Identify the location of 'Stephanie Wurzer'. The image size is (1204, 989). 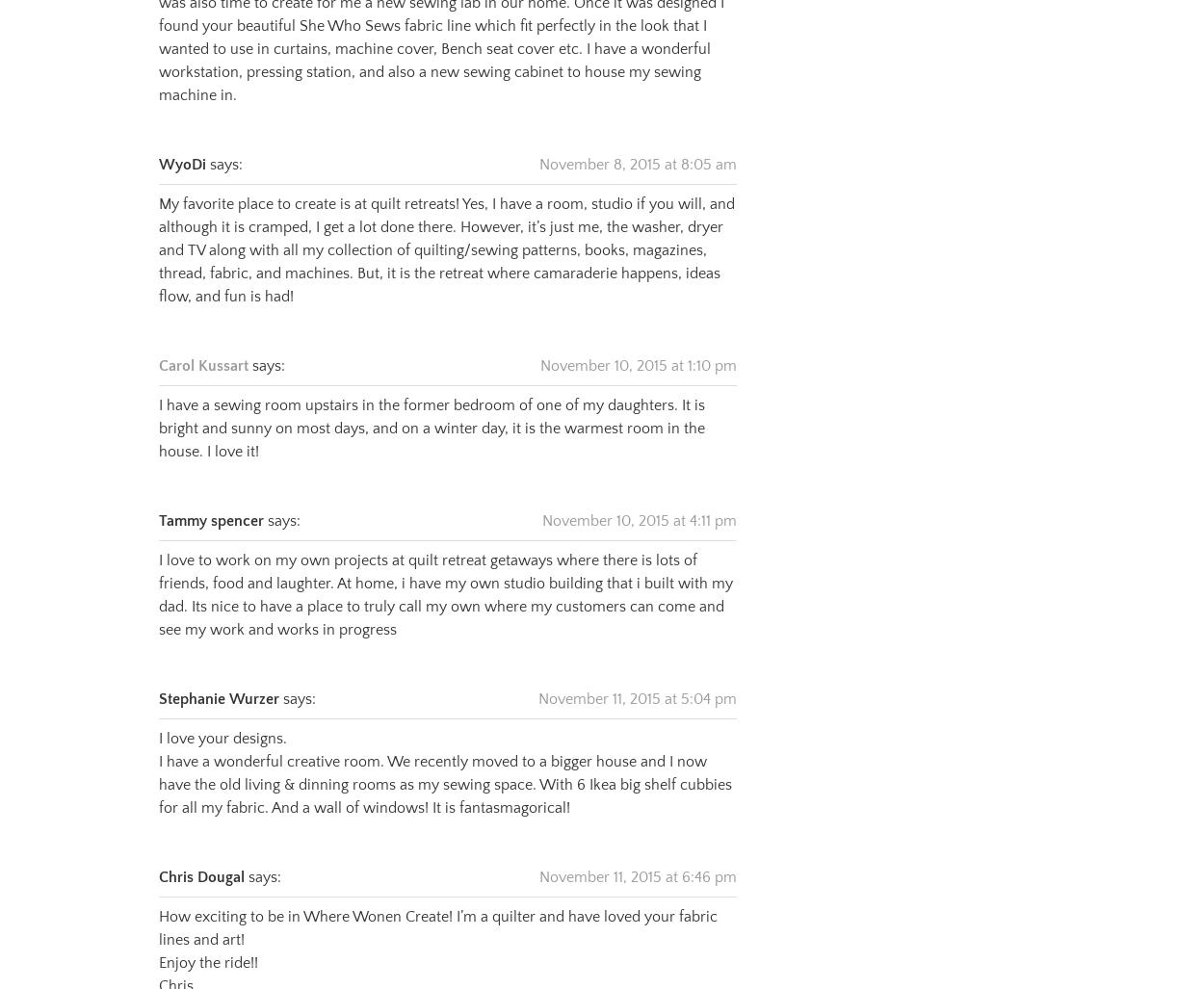
(218, 675).